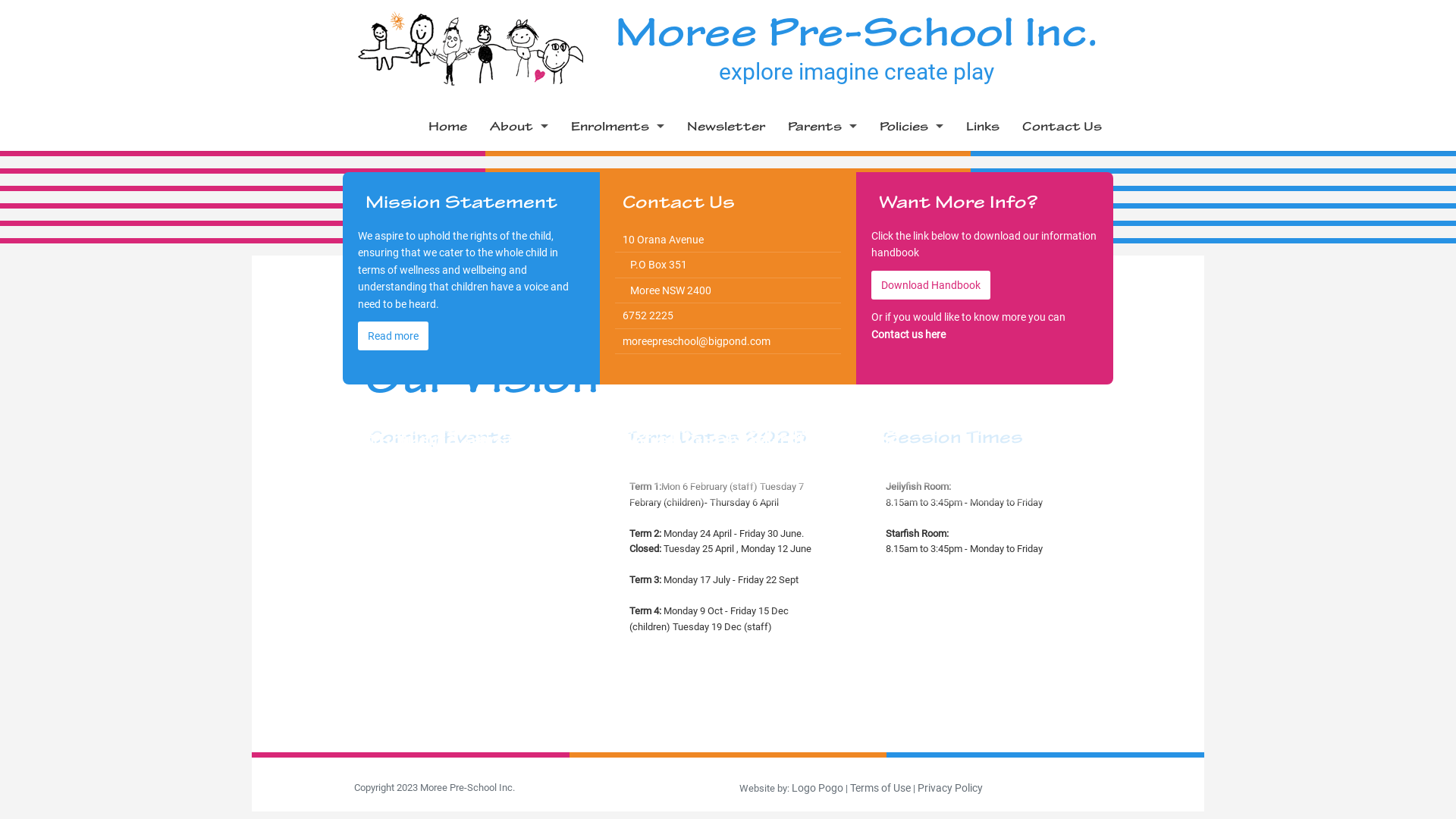 The image size is (1456, 819). I want to click on 'Newsletter', so click(725, 125).